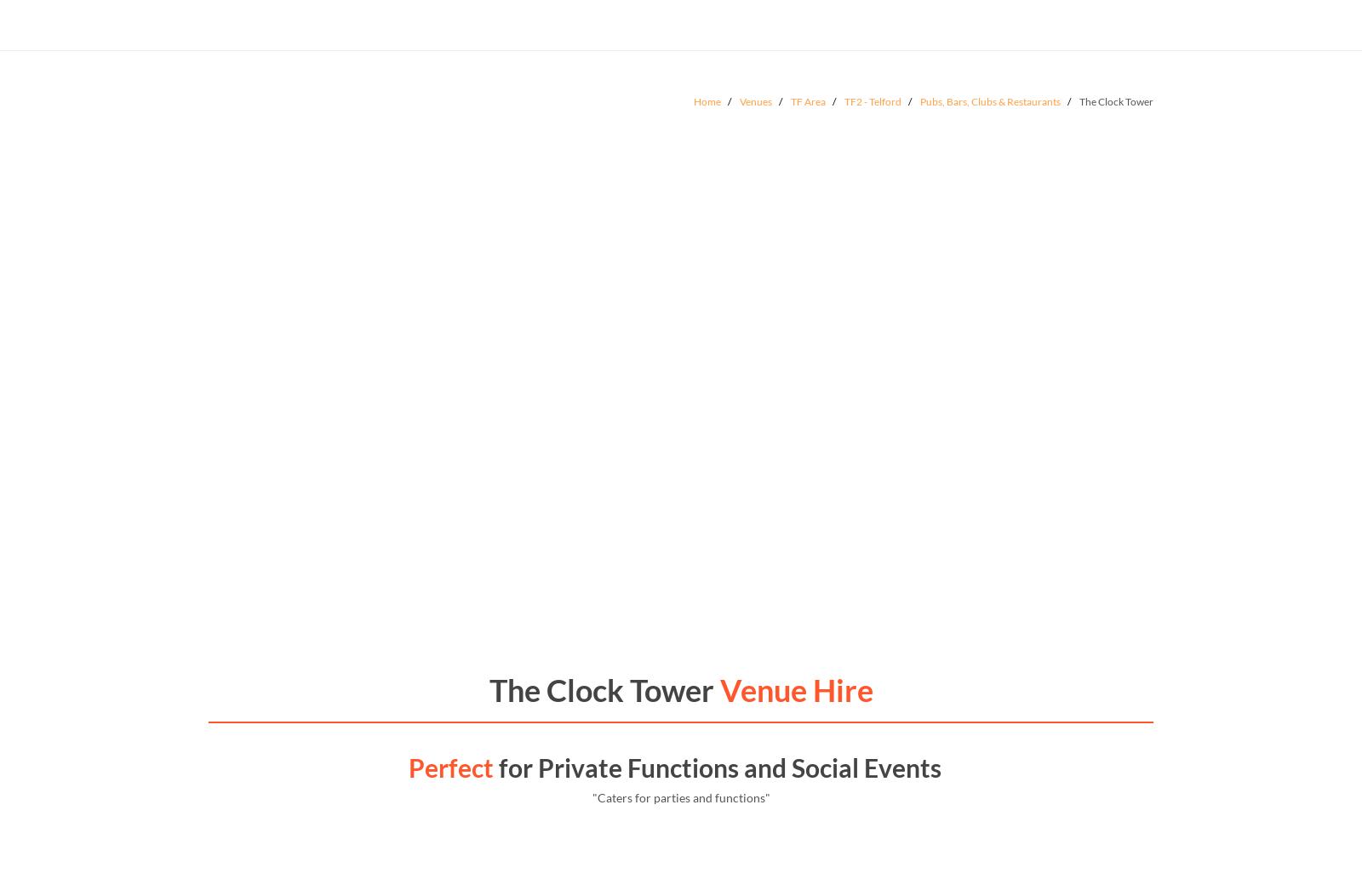 This screenshot has width=1362, height=896. I want to click on 'The Woolpack', so click(293, 482).